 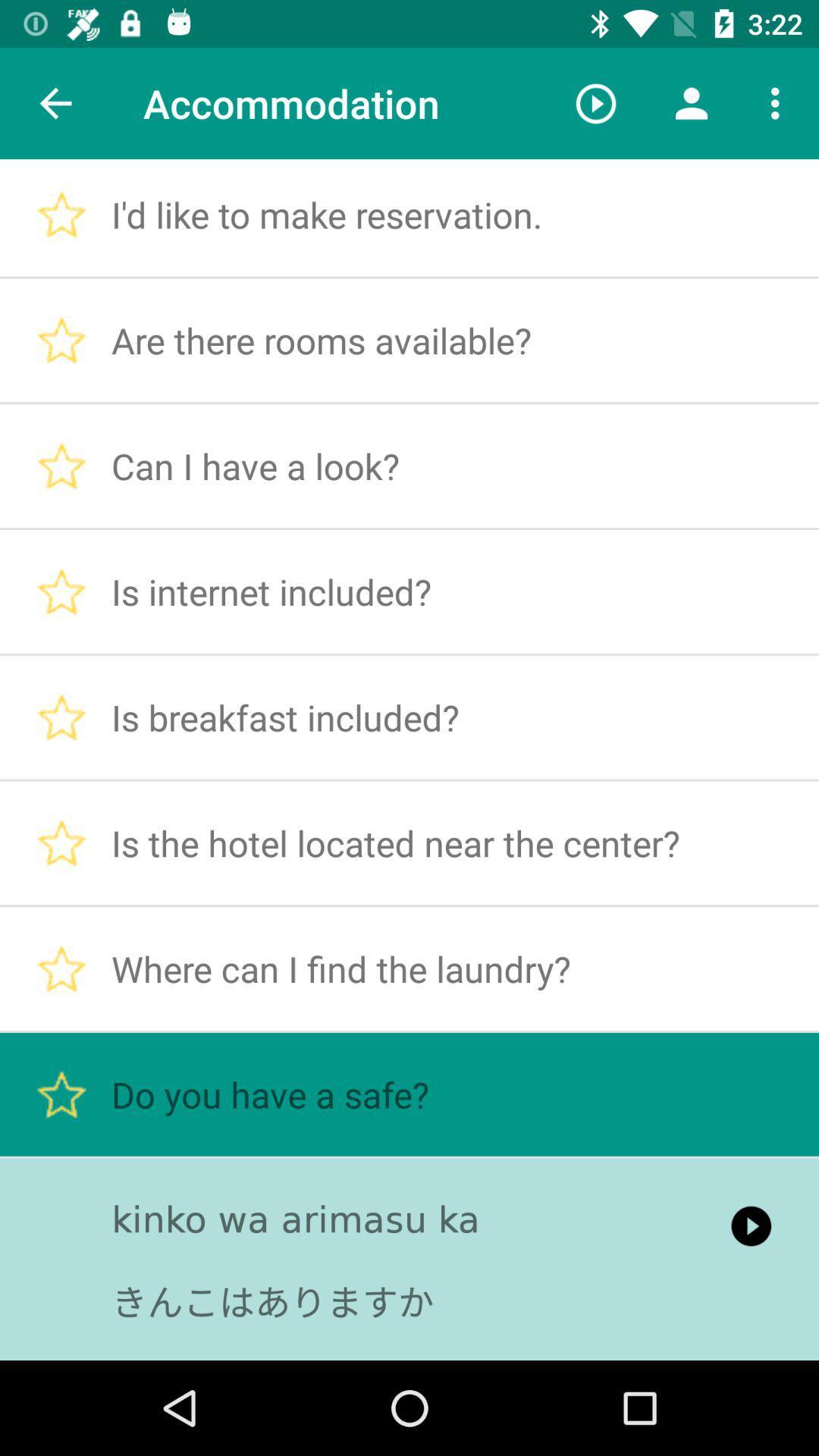 What do you see at coordinates (751, 1226) in the screenshot?
I see `the icon to the right of kinko wa arimasu icon` at bounding box center [751, 1226].